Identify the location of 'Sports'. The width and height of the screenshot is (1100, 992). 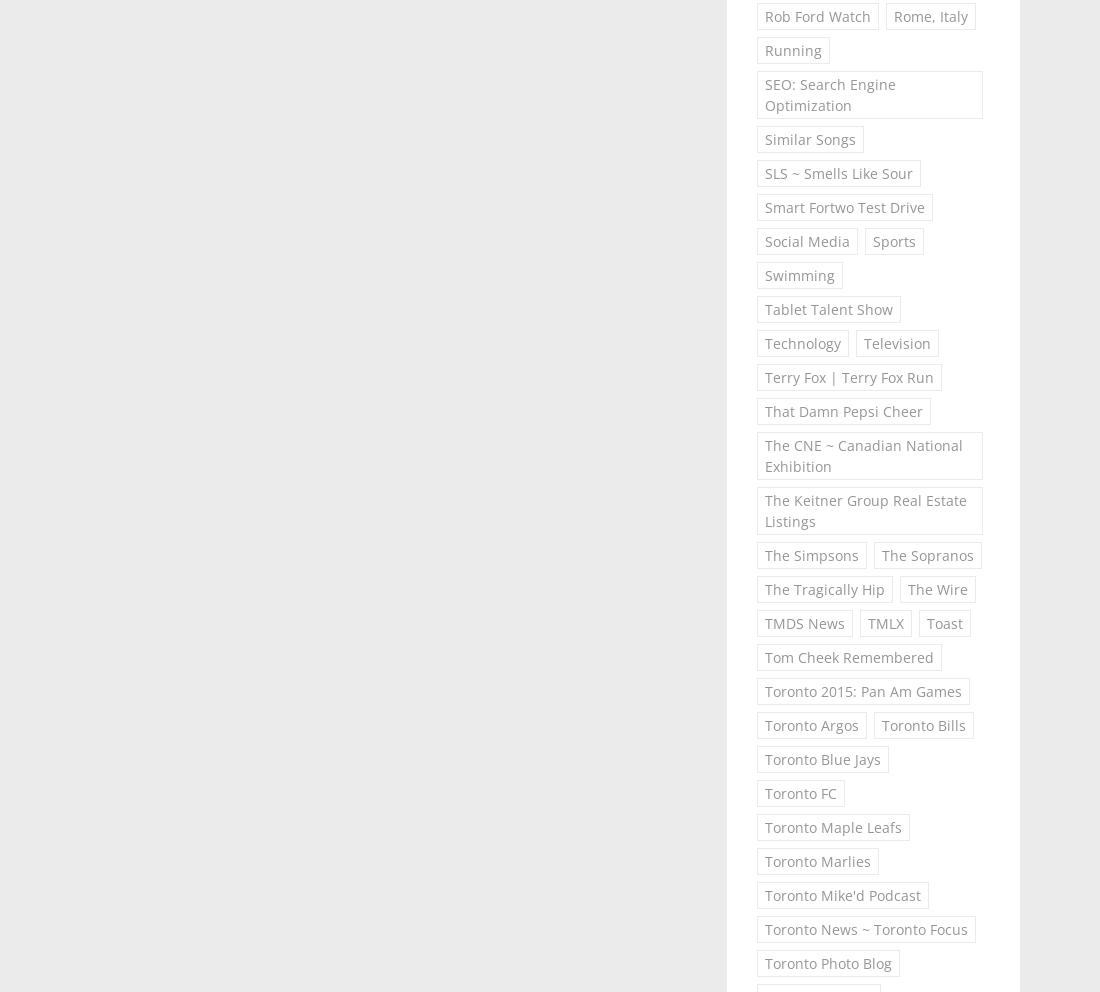
(870, 241).